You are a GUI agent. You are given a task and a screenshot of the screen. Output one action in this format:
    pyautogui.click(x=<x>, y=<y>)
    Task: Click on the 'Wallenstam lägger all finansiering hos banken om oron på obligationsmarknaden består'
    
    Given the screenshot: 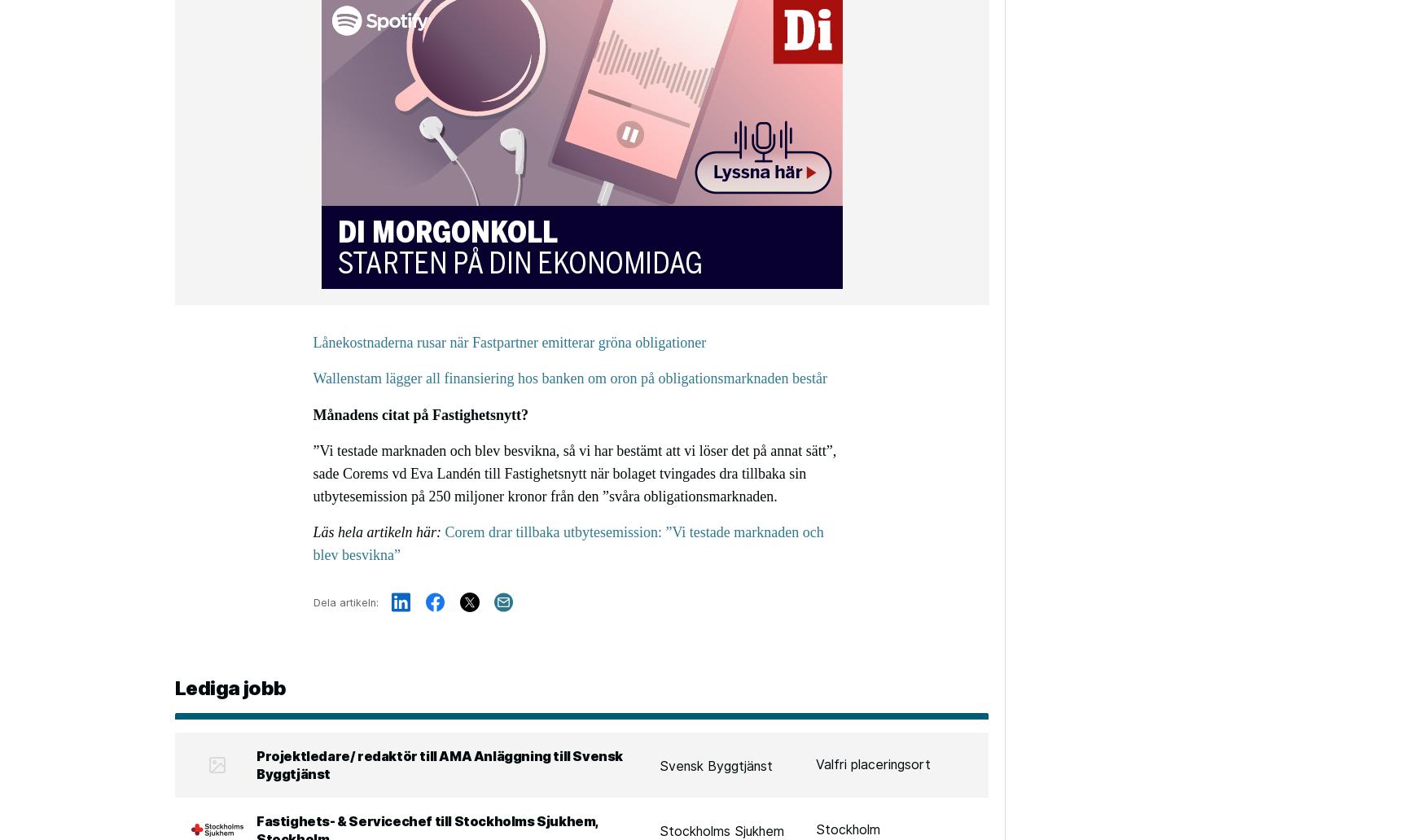 What is the action you would take?
    pyautogui.click(x=569, y=378)
    